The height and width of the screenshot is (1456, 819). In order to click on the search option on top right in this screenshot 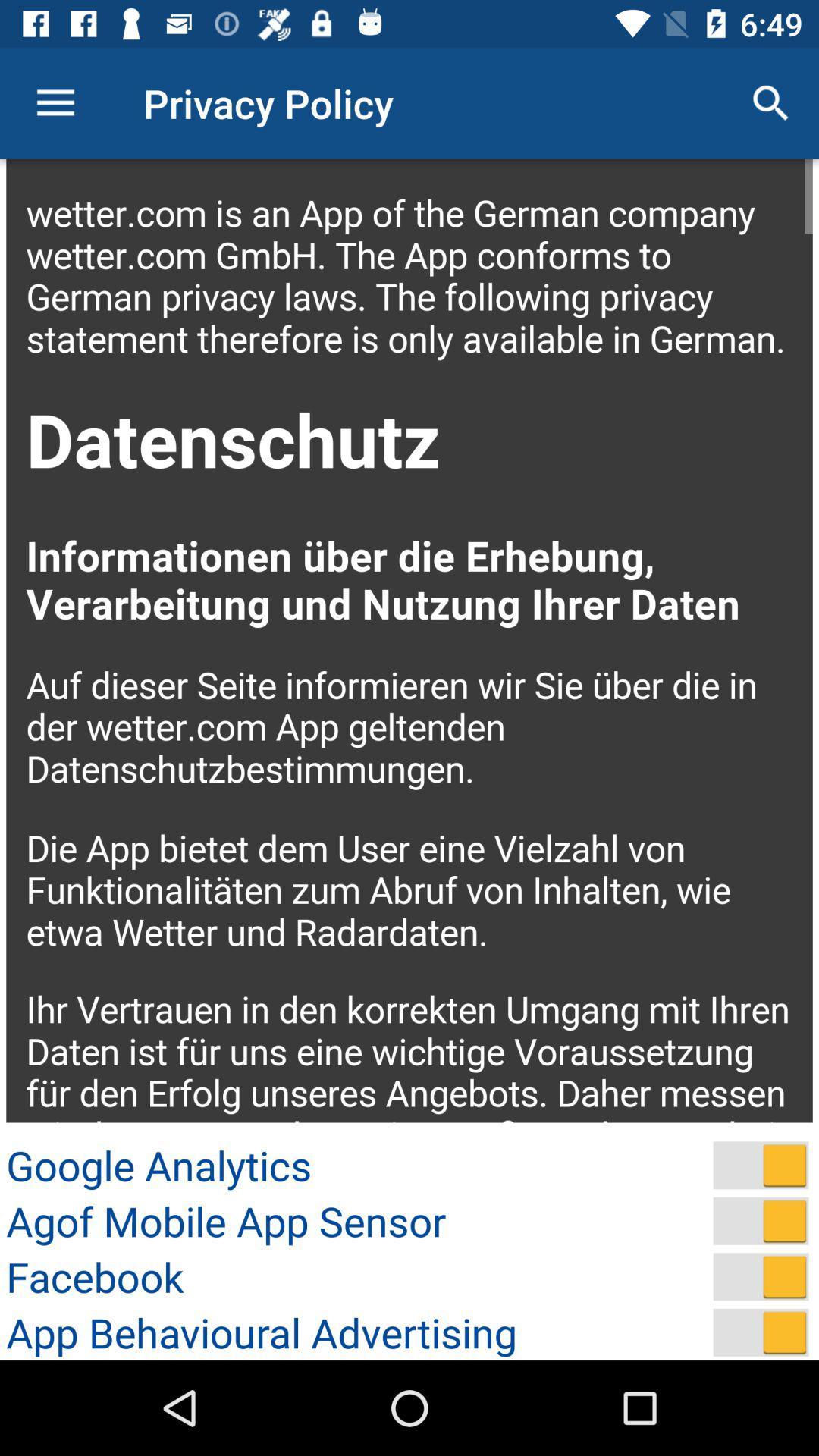, I will do `click(771, 103)`.